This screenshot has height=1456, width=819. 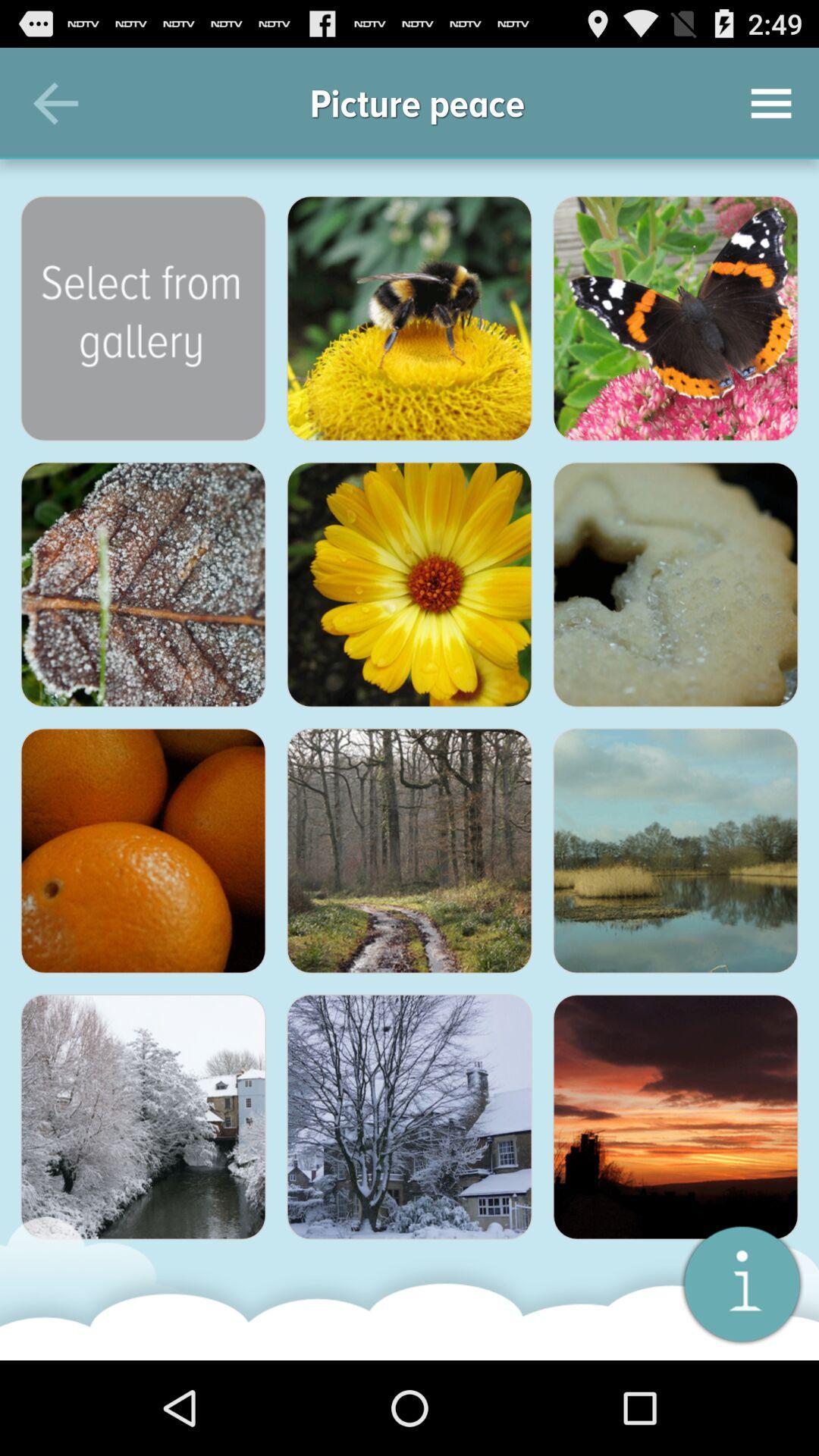 What do you see at coordinates (675, 584) in the screenshot?
I see `gallery image` at bounding box center [675, 584].